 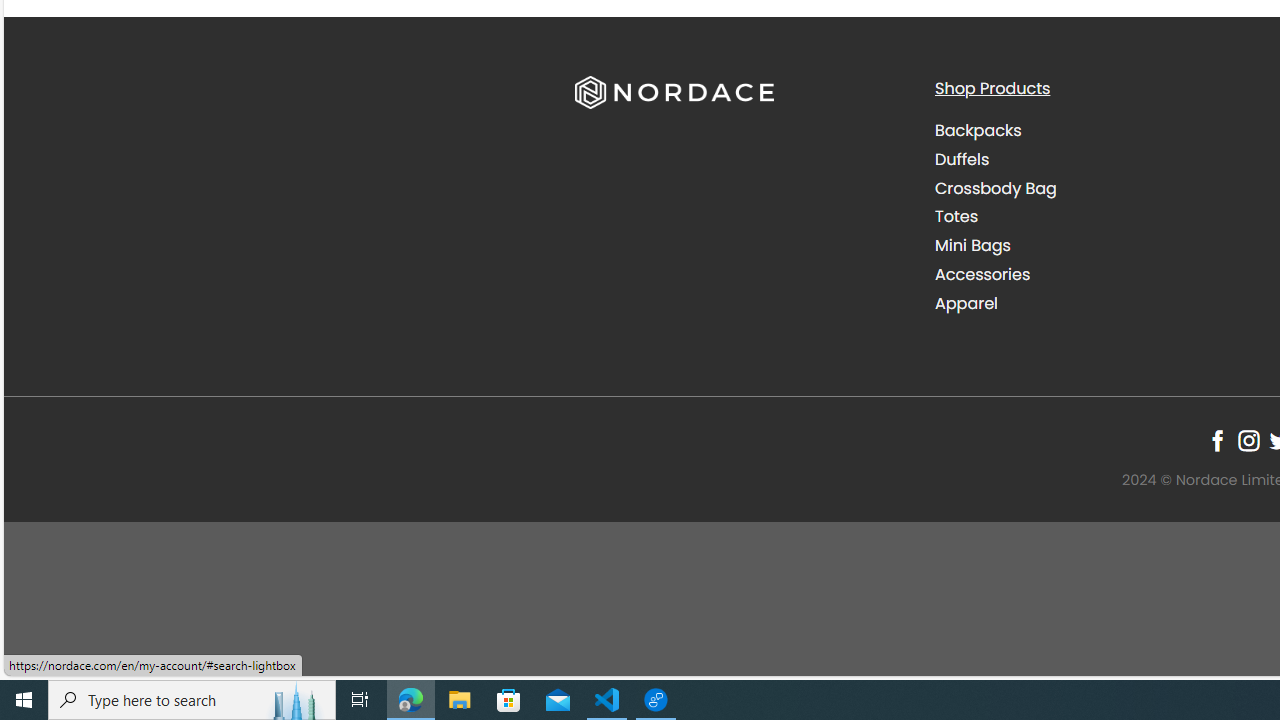 I want to click on 'Apparel', so click(x=966, y=303).